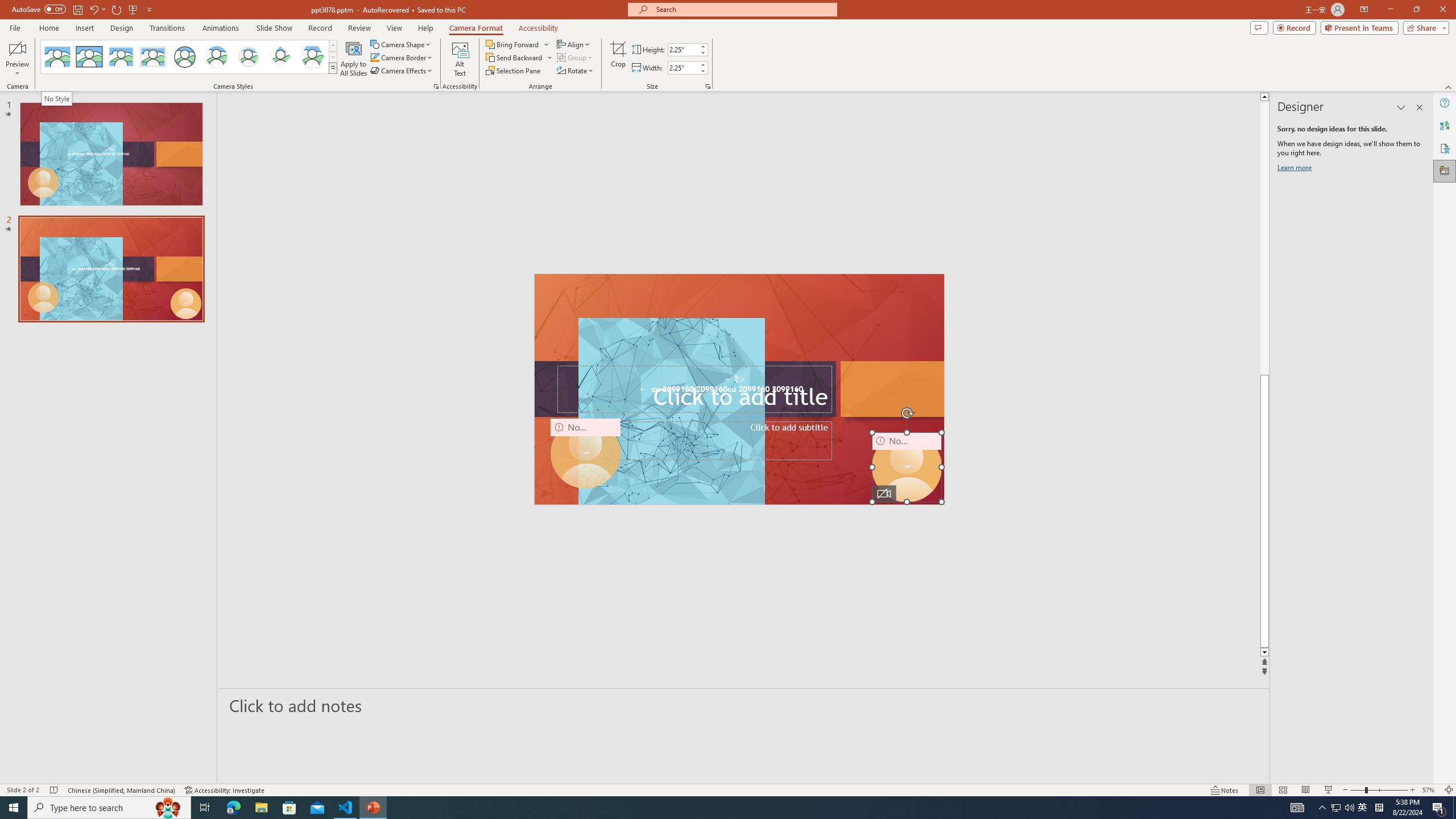 Image resolution: width=1456 pixels, height=819 pixels. I want to click on 'Selection Pane...', so click(513, 69).